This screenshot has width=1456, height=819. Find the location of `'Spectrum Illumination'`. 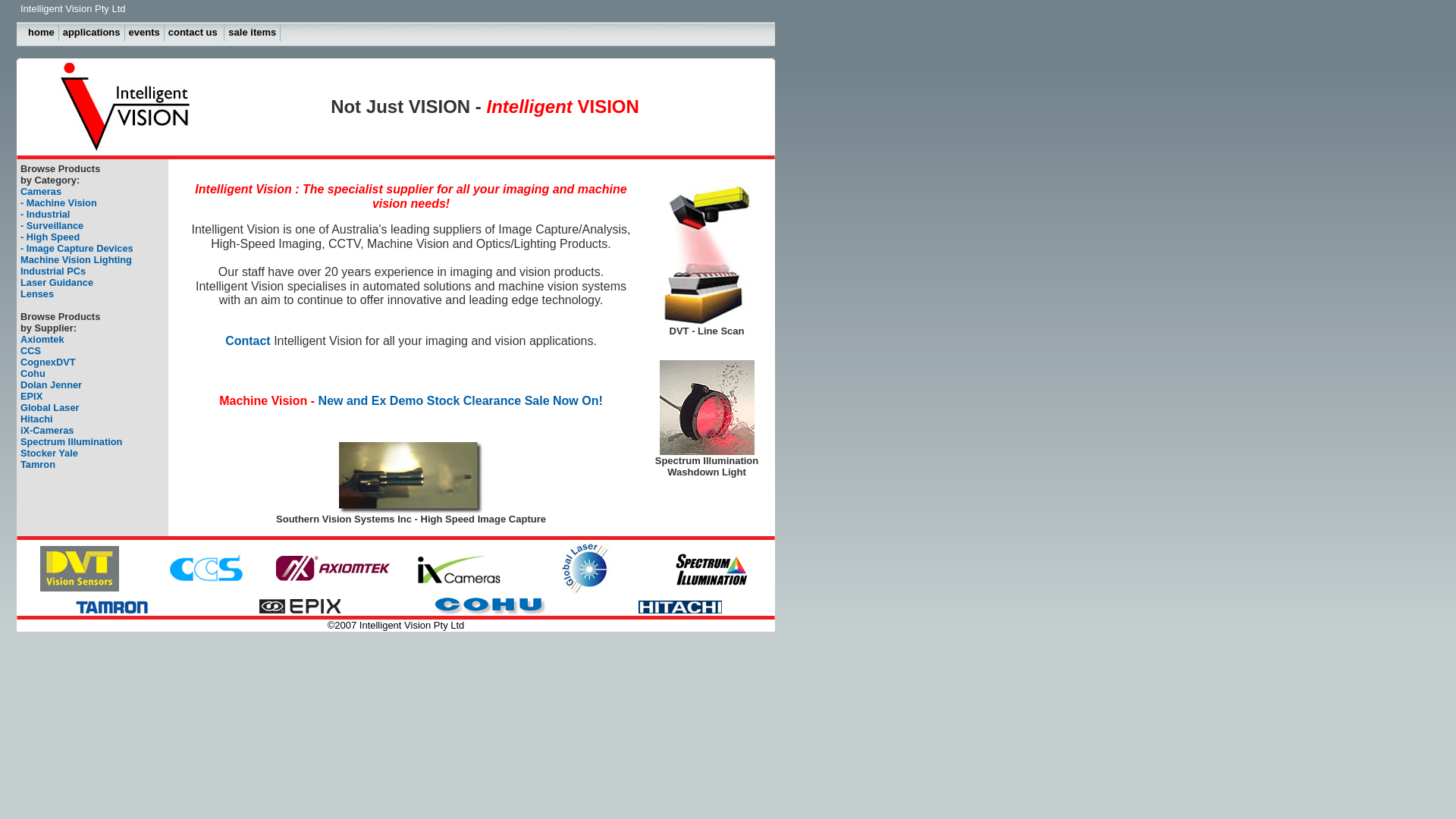

'Spectrum Illumination' is located at coordinates (20, 441).